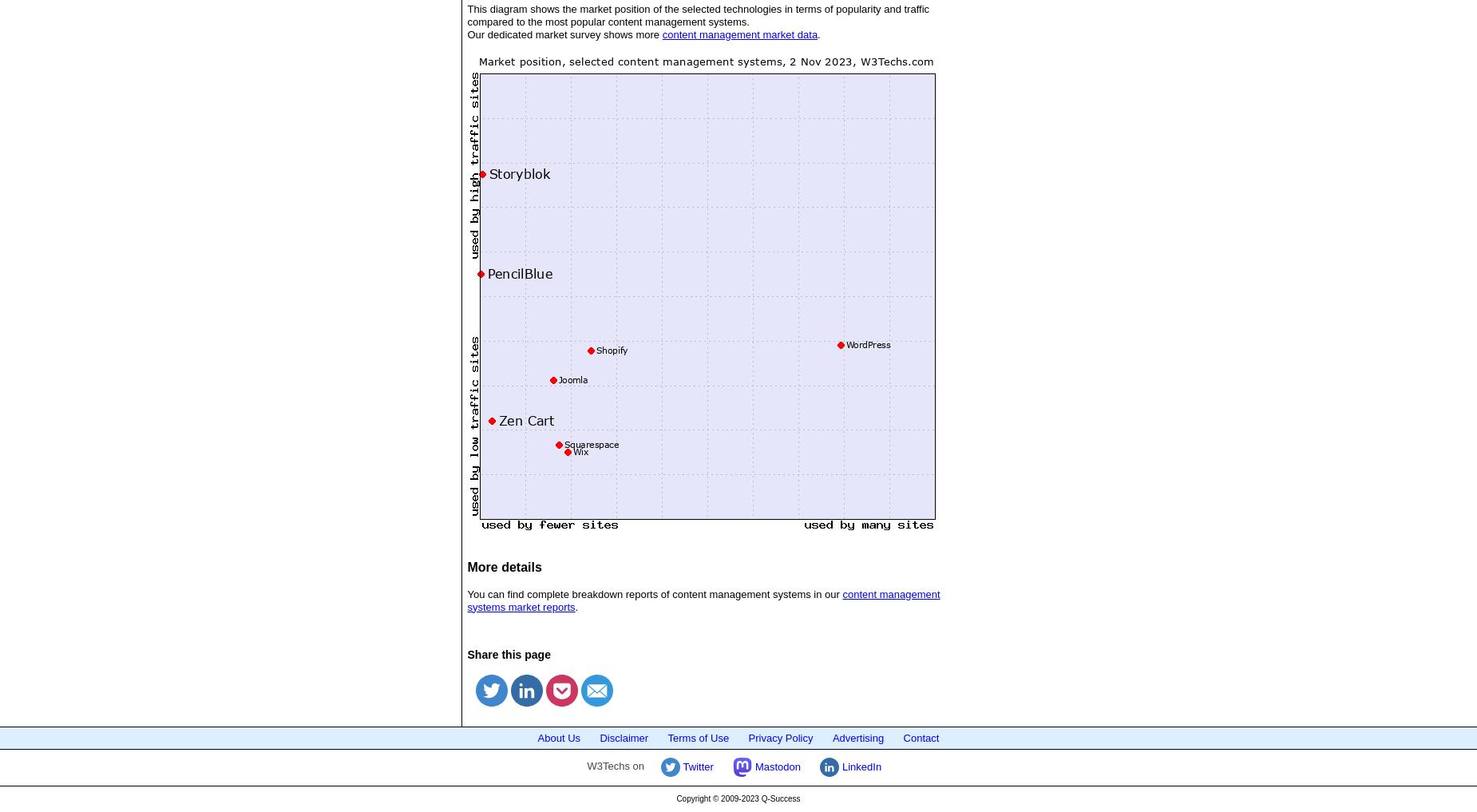 This screenshot has height=812, width=1477. What do you see at coordinates (698, 14) in the screenshot?
I see `'This diagram shows the market position of the selected technologies in terms of popularity and traffic compared to the most popular content management systems.'` at bounding box center [698, 14].